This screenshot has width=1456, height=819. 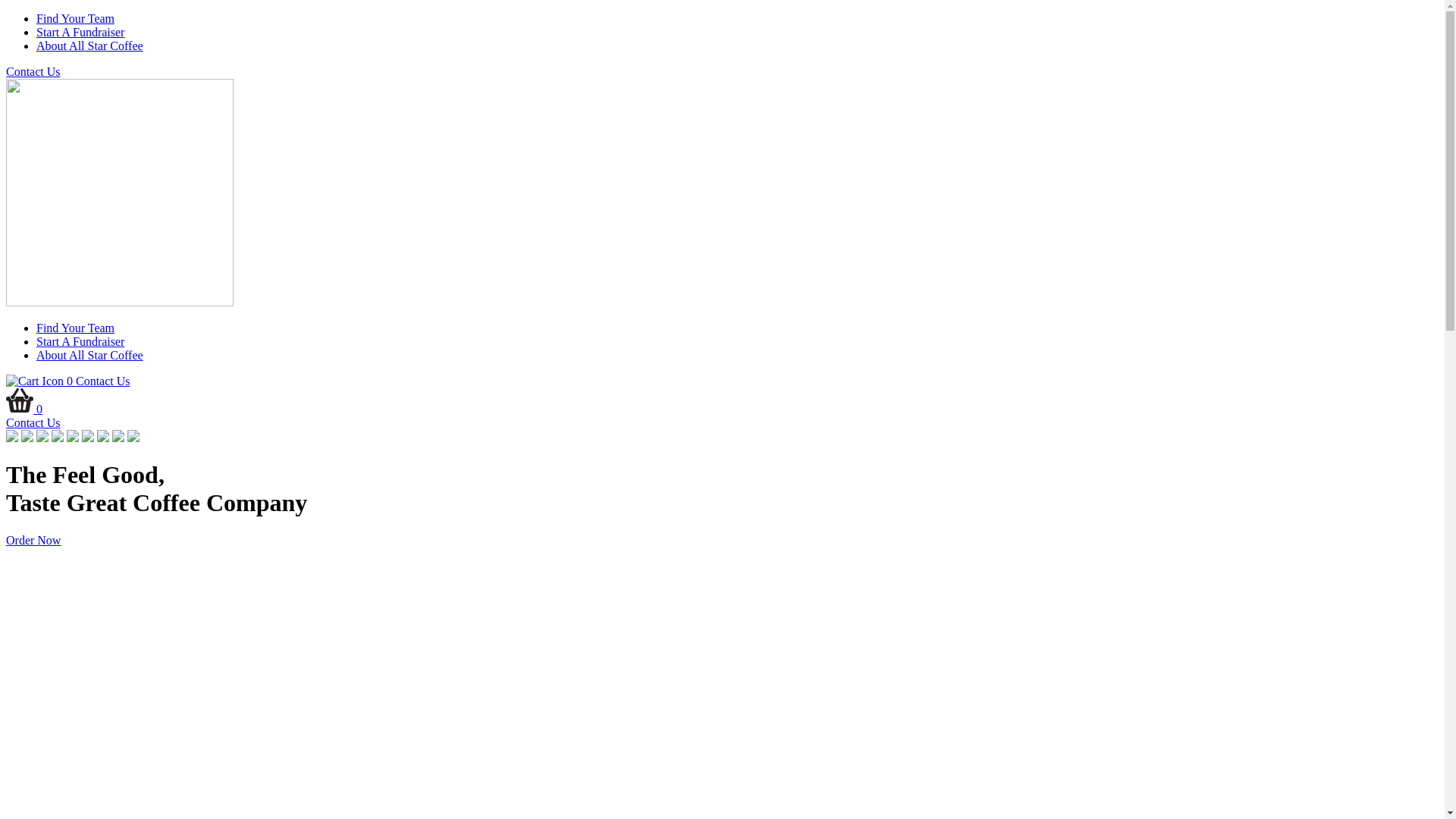 I want to click on 'Find Your Team', so click(x=74, y=327).